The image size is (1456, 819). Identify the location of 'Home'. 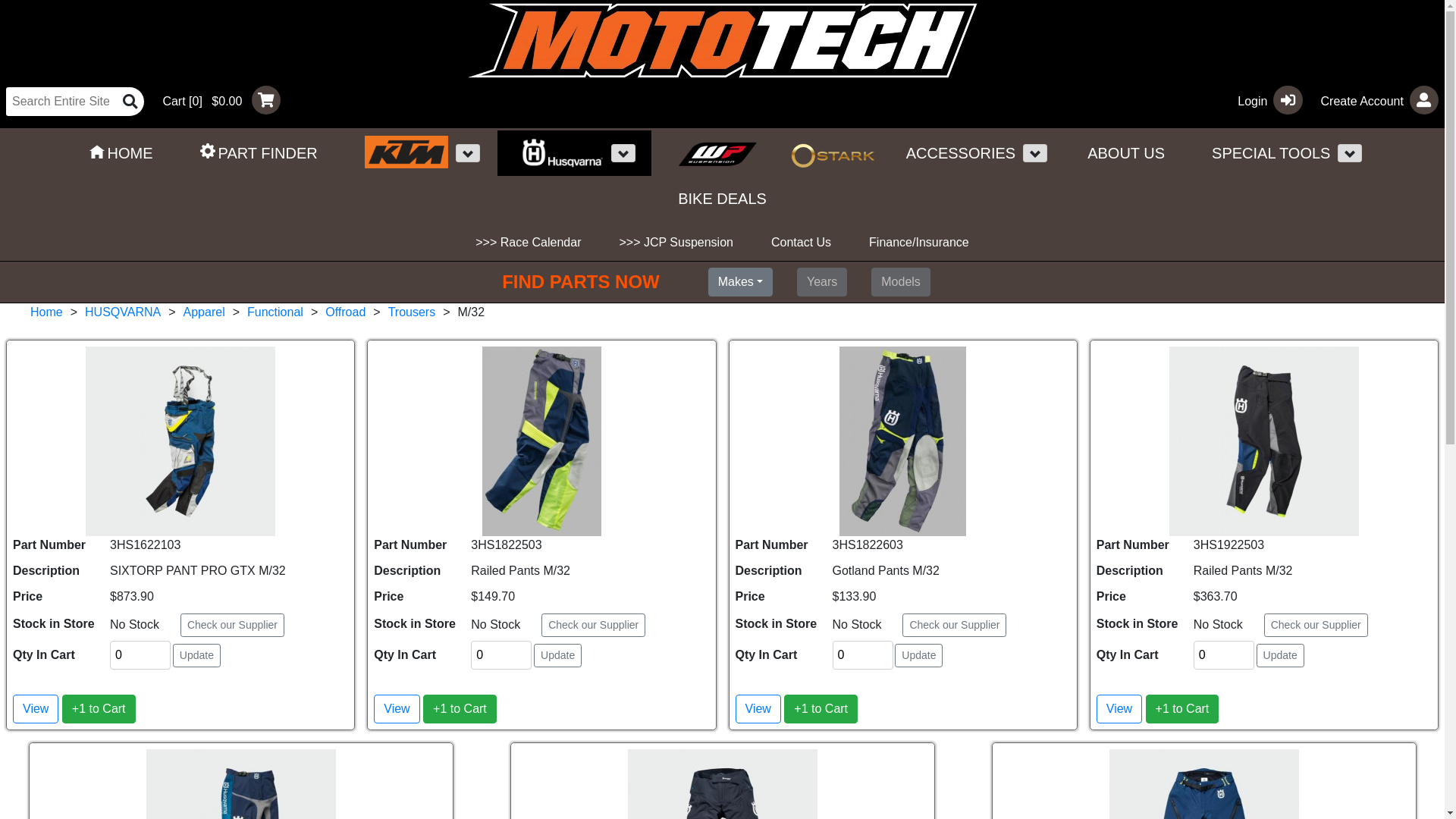
(30, 311).